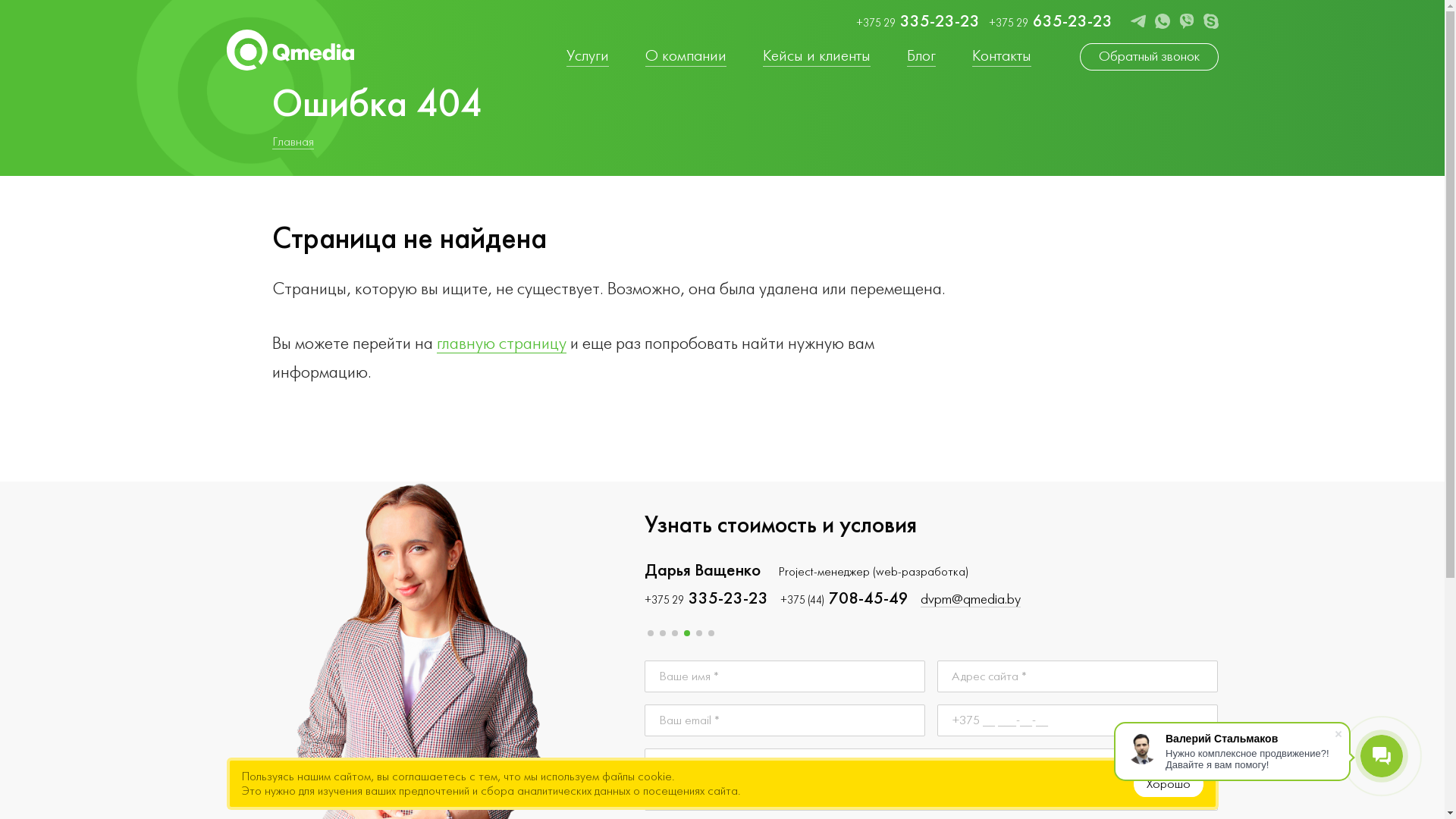 The width and height of the screenshot is (1456, 819). What do you see at coordinates (705, 598) in the screenshot?
I see `'+375 29 335-23-23'` at bounding box center [705, 598].